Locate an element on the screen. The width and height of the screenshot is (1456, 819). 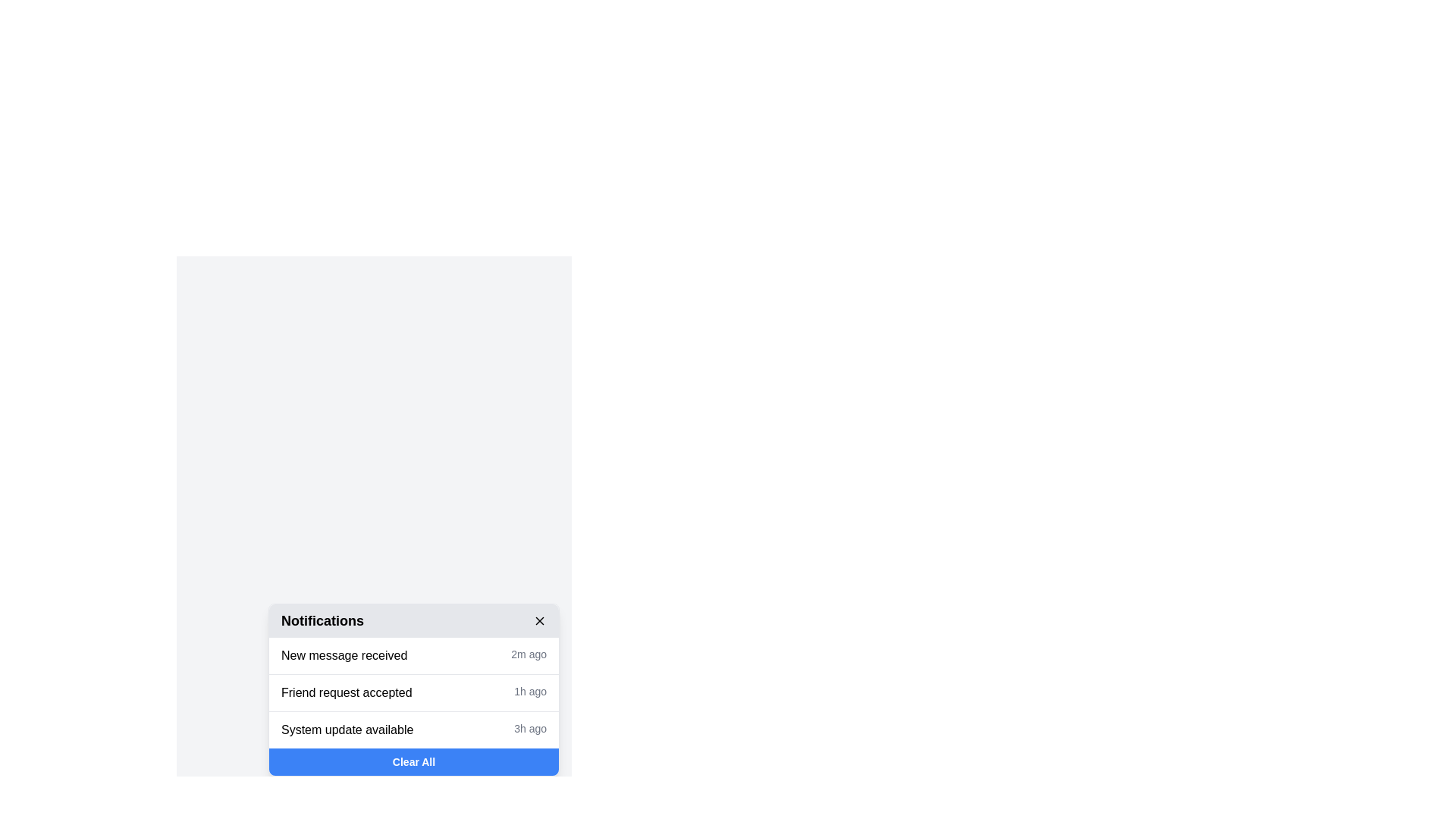
the notification item displaying 'System update available' with a timestamp '3h ago', located at the bottom of the notification list is located at coordinates (414, 729).